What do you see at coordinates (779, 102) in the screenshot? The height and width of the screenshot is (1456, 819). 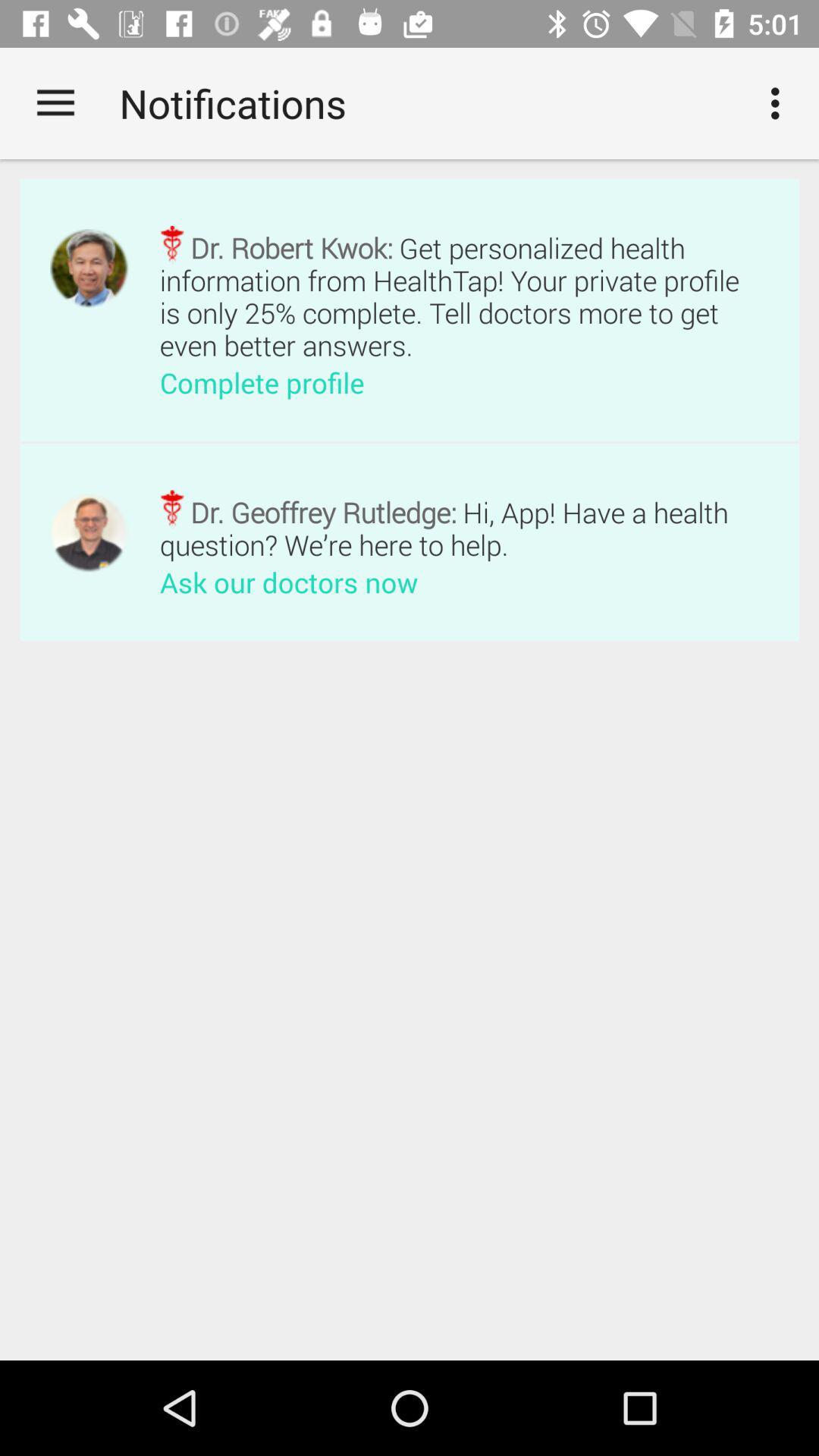 I see `the icon at the top right corner` at bounding box center [779, 102].